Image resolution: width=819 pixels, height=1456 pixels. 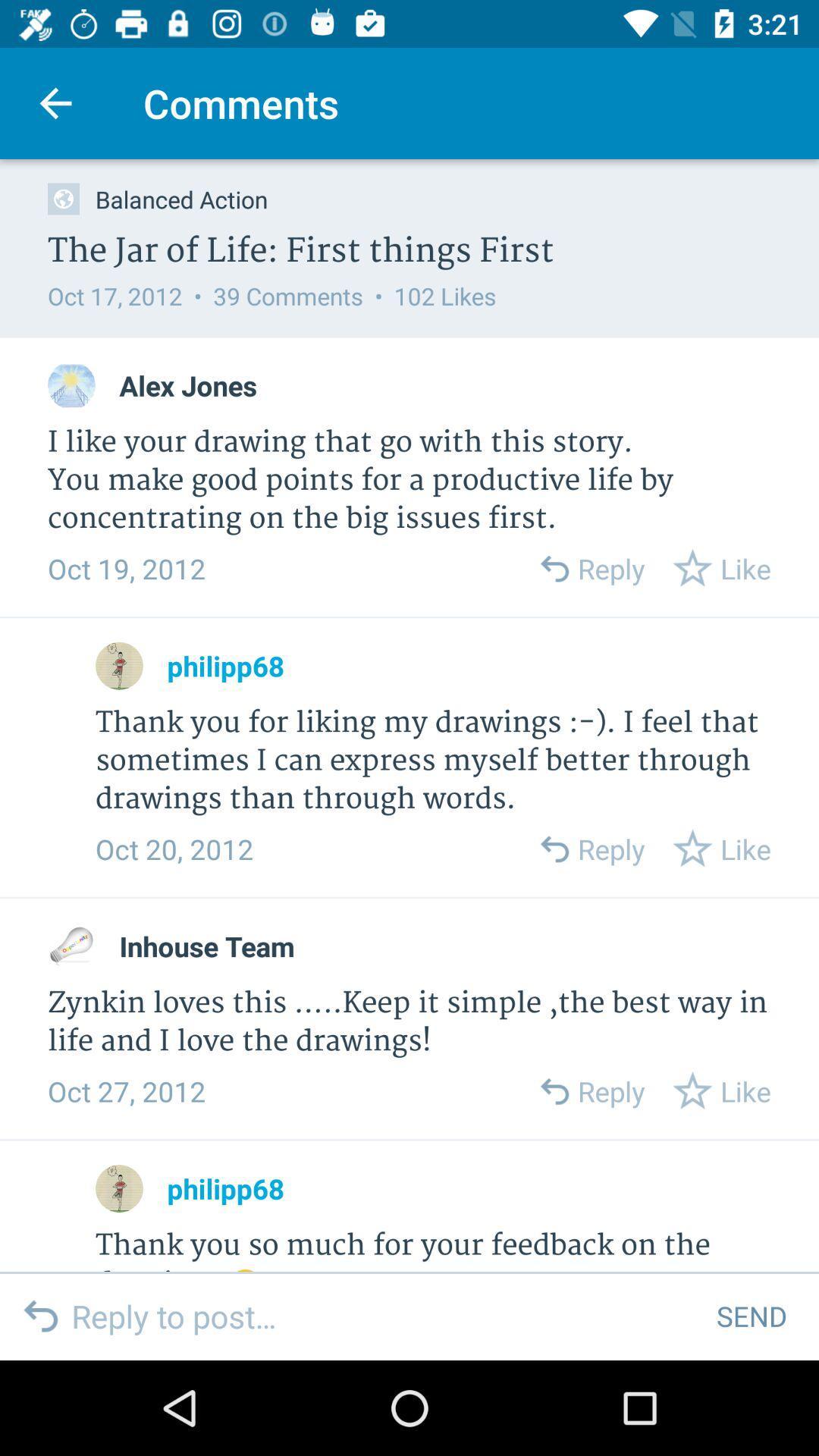 I want to click on reply option, so click(x=554, y=567).